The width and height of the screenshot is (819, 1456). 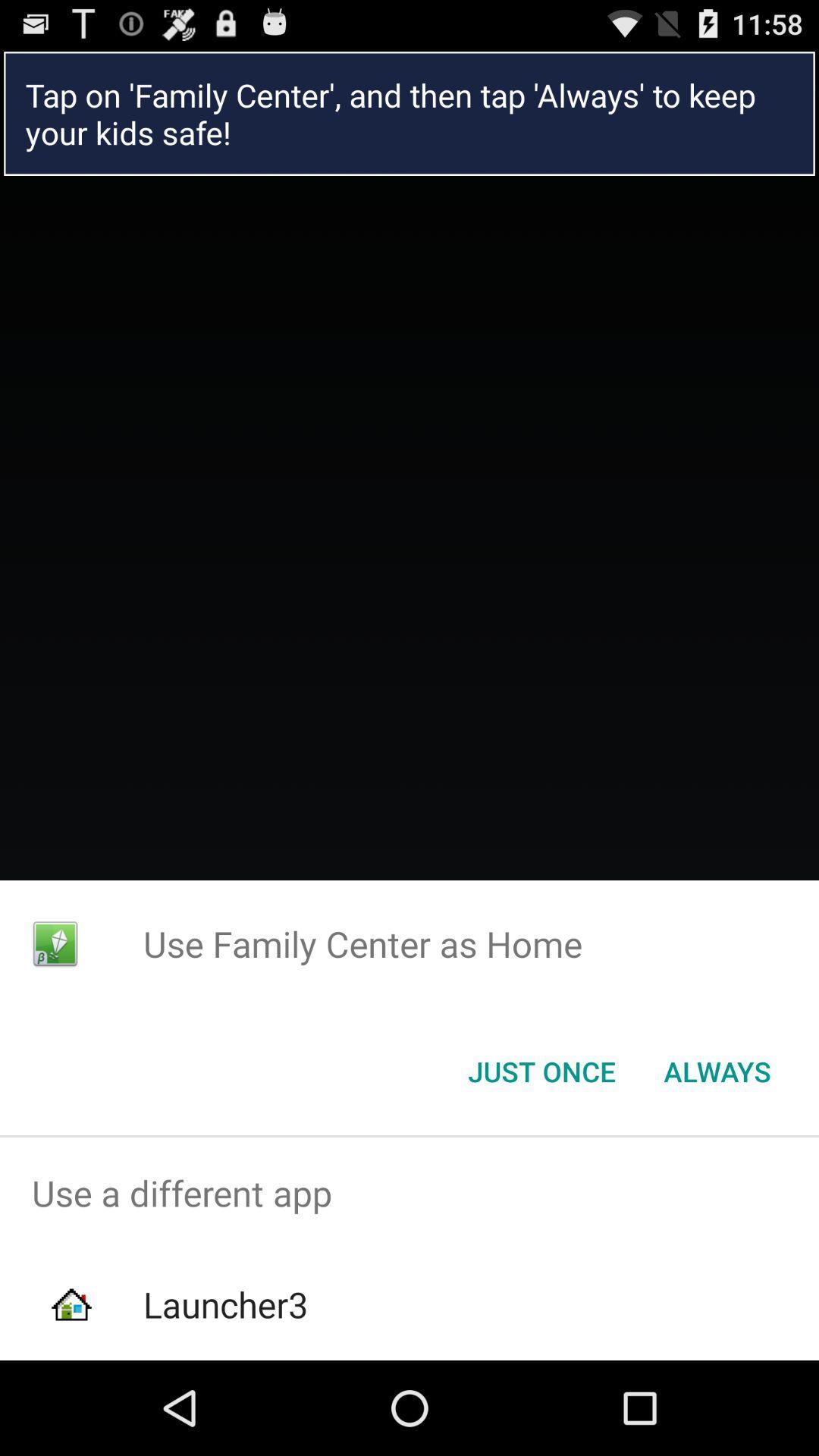 I want to click on the always item, so click(x=717, y=1070).